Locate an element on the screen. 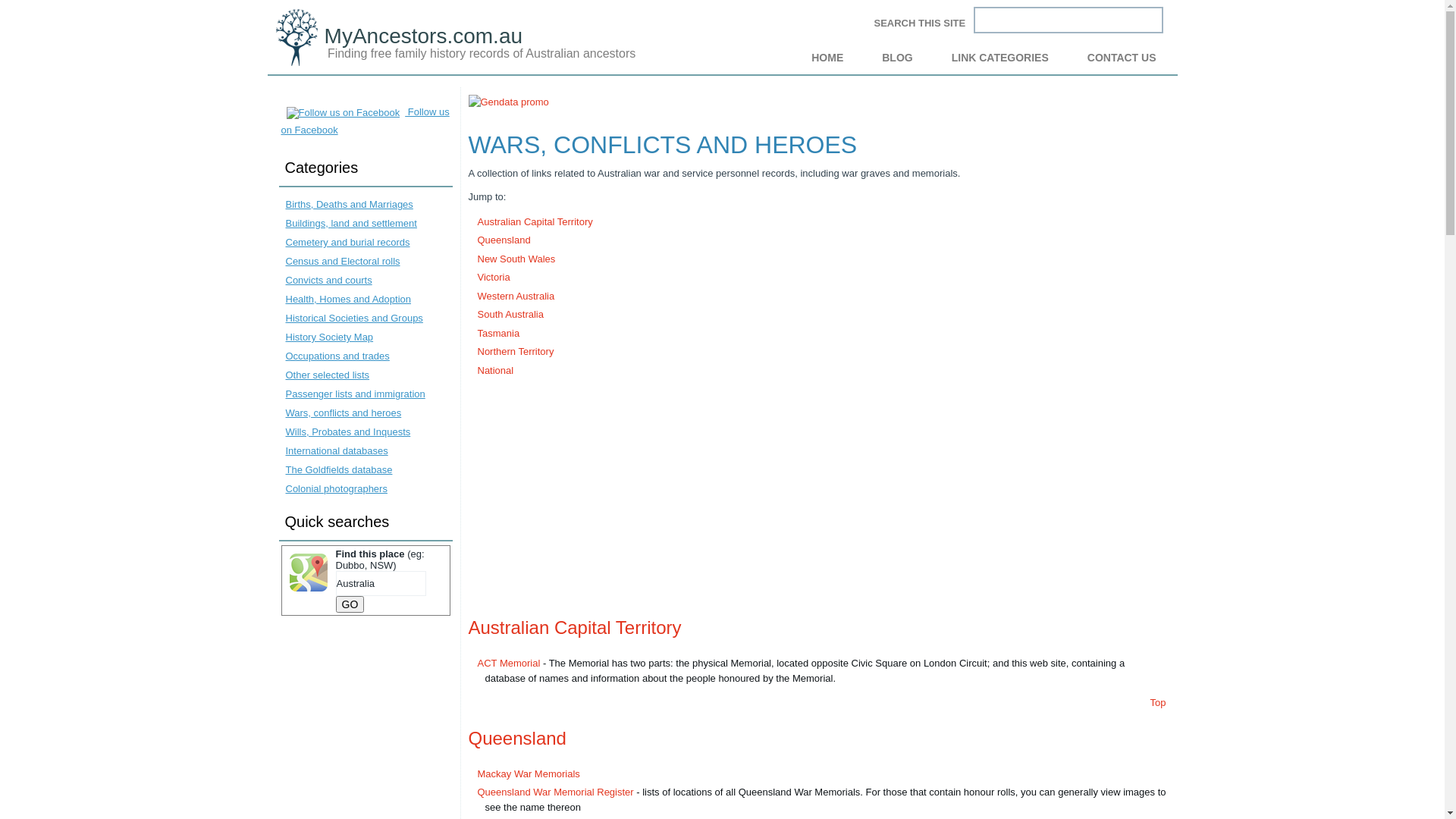 The image size is (1456, 819). 'MyAncestors.com.au' is located at coordinates (423, 35).